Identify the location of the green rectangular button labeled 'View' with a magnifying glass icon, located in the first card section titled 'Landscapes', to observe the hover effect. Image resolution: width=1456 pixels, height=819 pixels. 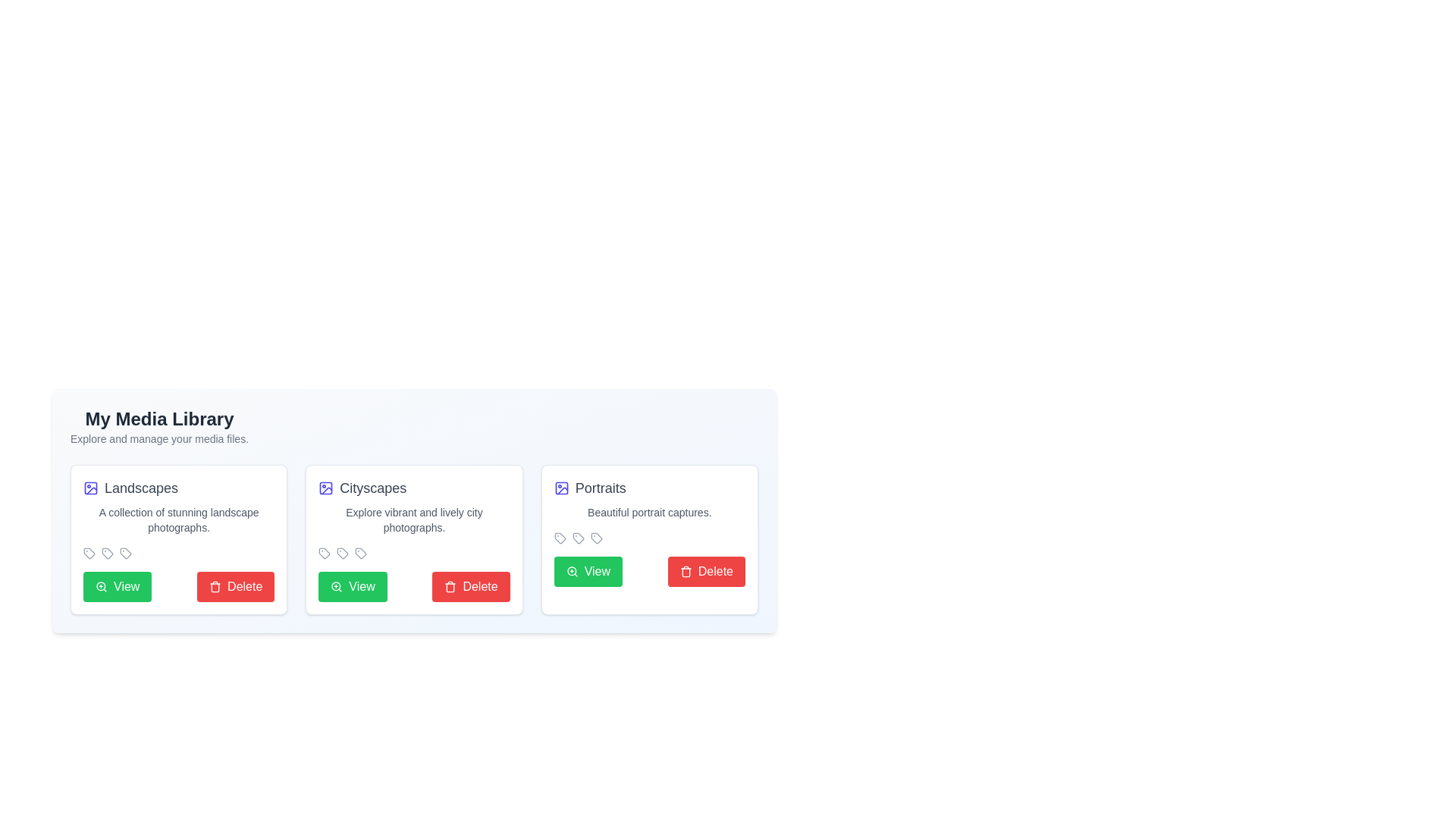
(117, 586).